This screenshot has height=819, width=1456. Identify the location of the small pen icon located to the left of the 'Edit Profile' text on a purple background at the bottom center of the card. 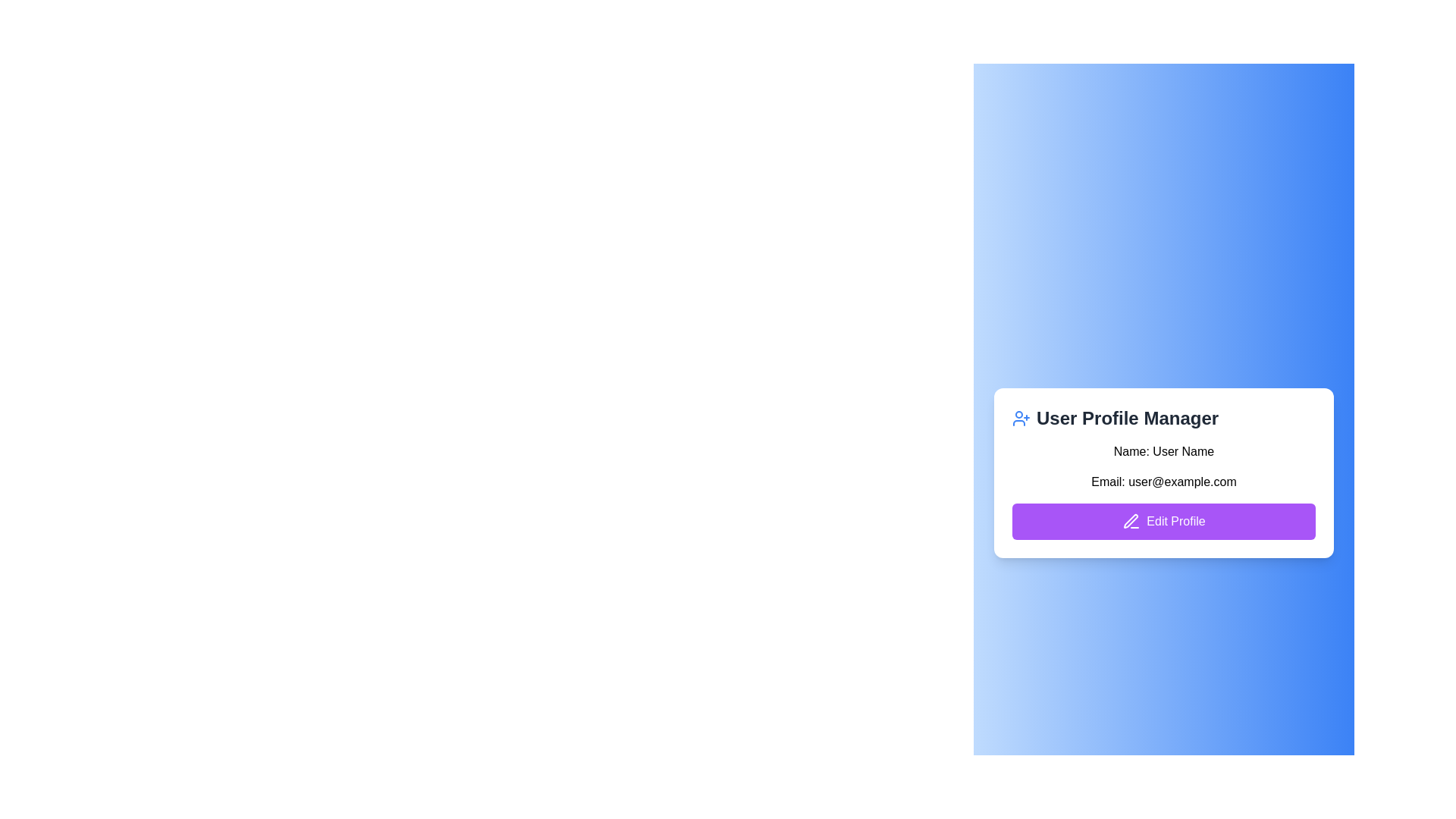
(1131, 520).